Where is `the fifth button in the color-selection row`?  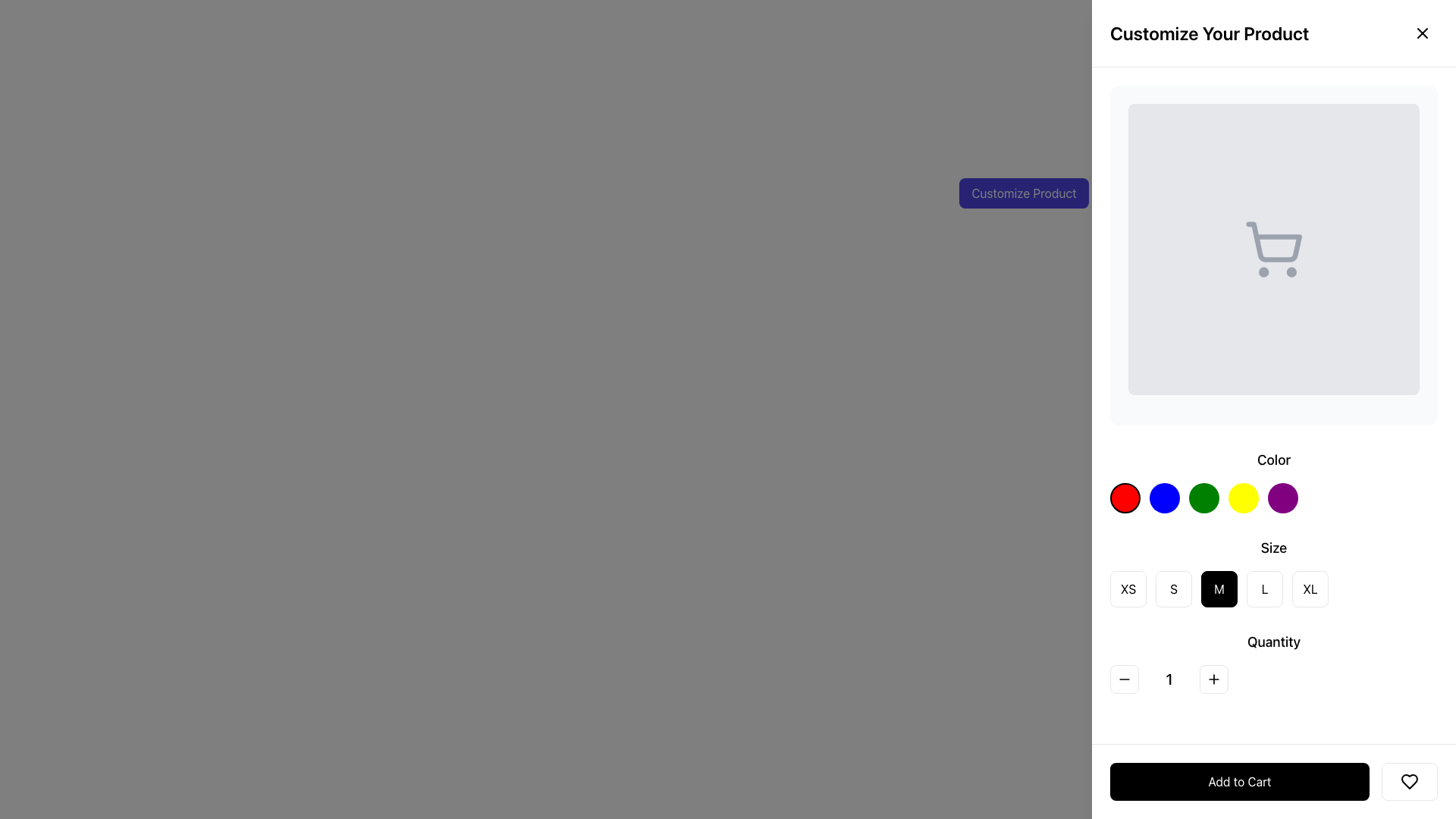 the fifth button in the color-selection row is located at coordinates (1282, 497).